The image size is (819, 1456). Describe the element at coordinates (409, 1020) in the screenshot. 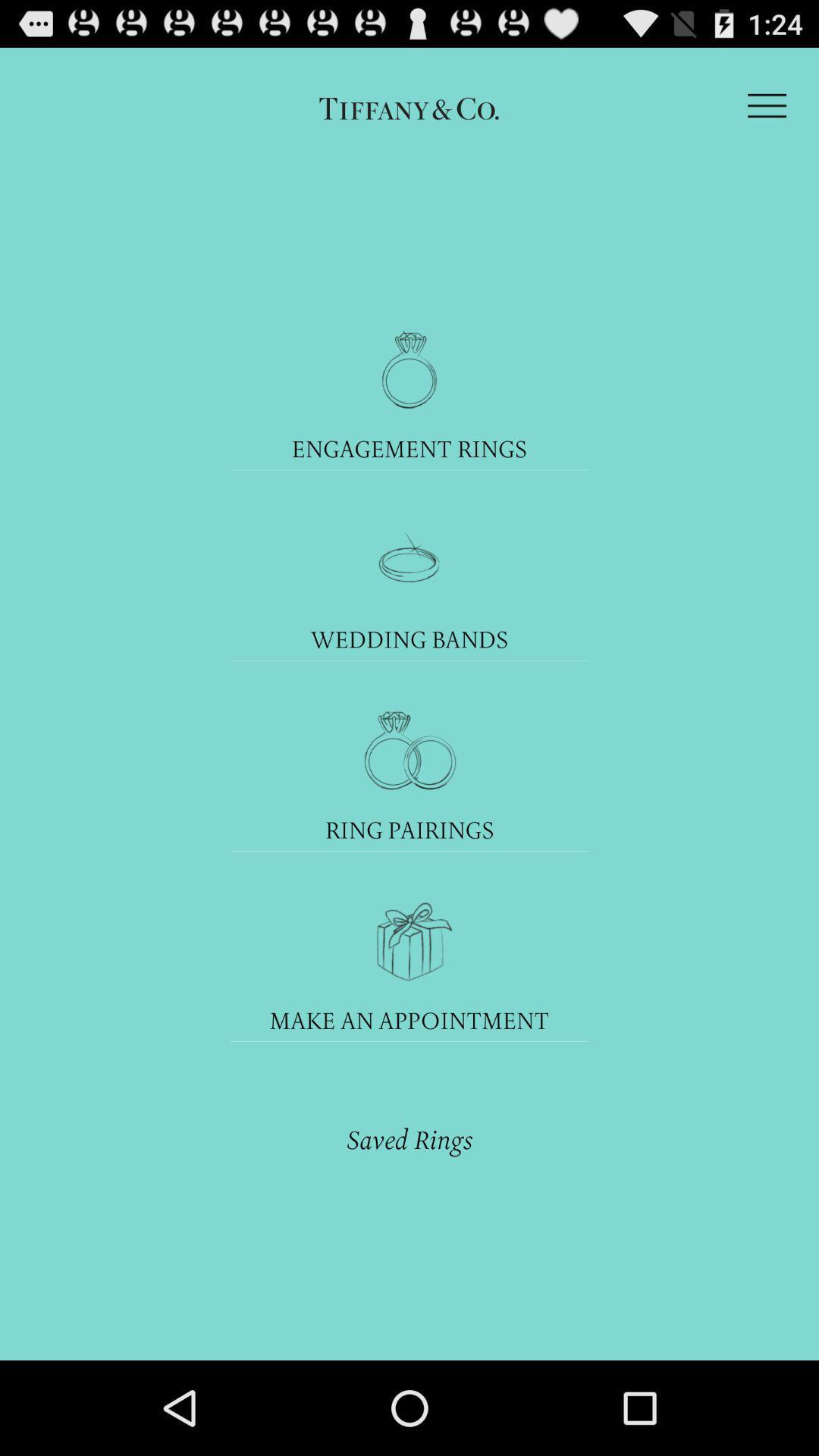

I see `make an appointment icon` at that location.